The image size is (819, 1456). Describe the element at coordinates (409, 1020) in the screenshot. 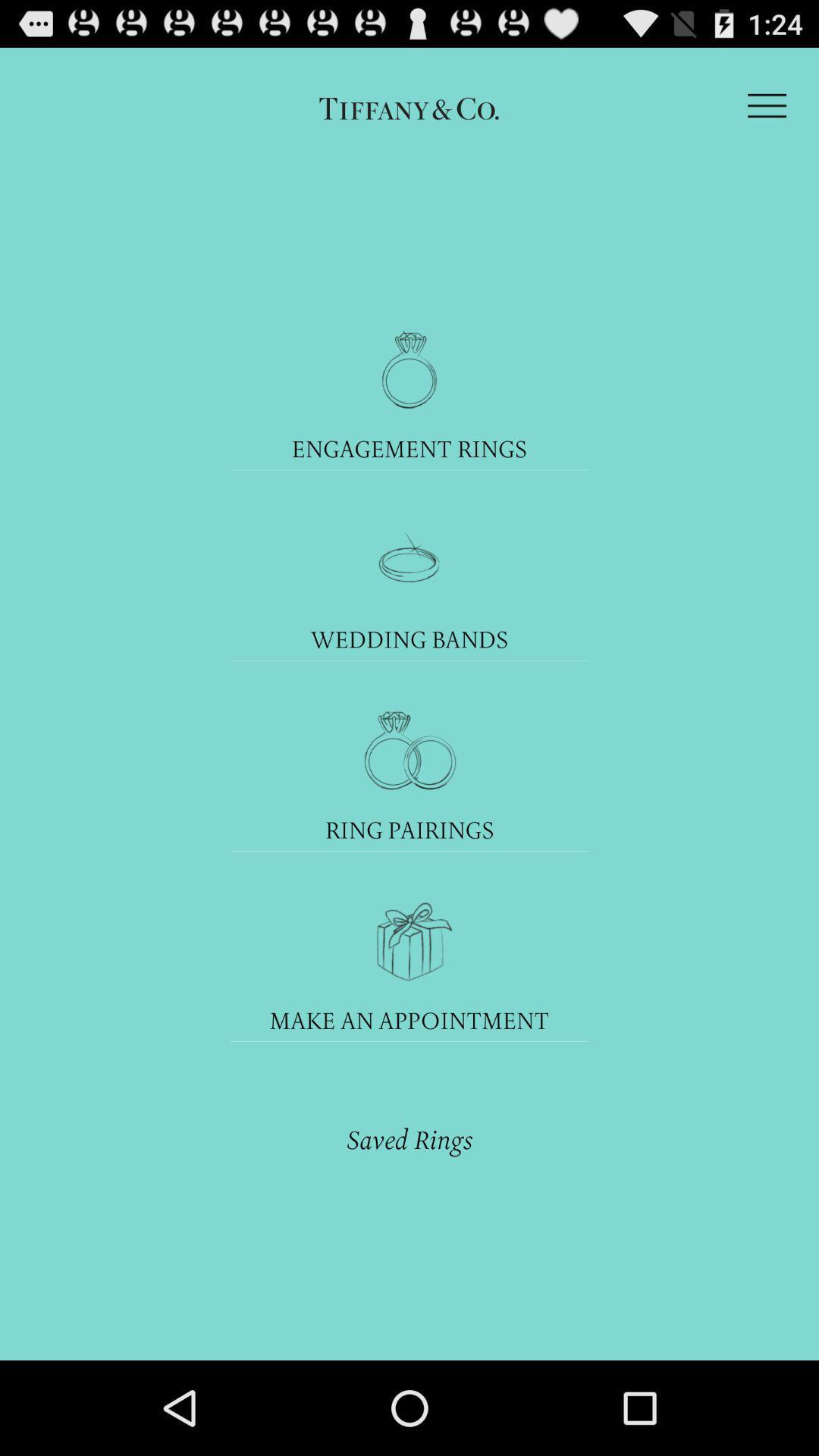

I see `make an appointment icon` at that location.